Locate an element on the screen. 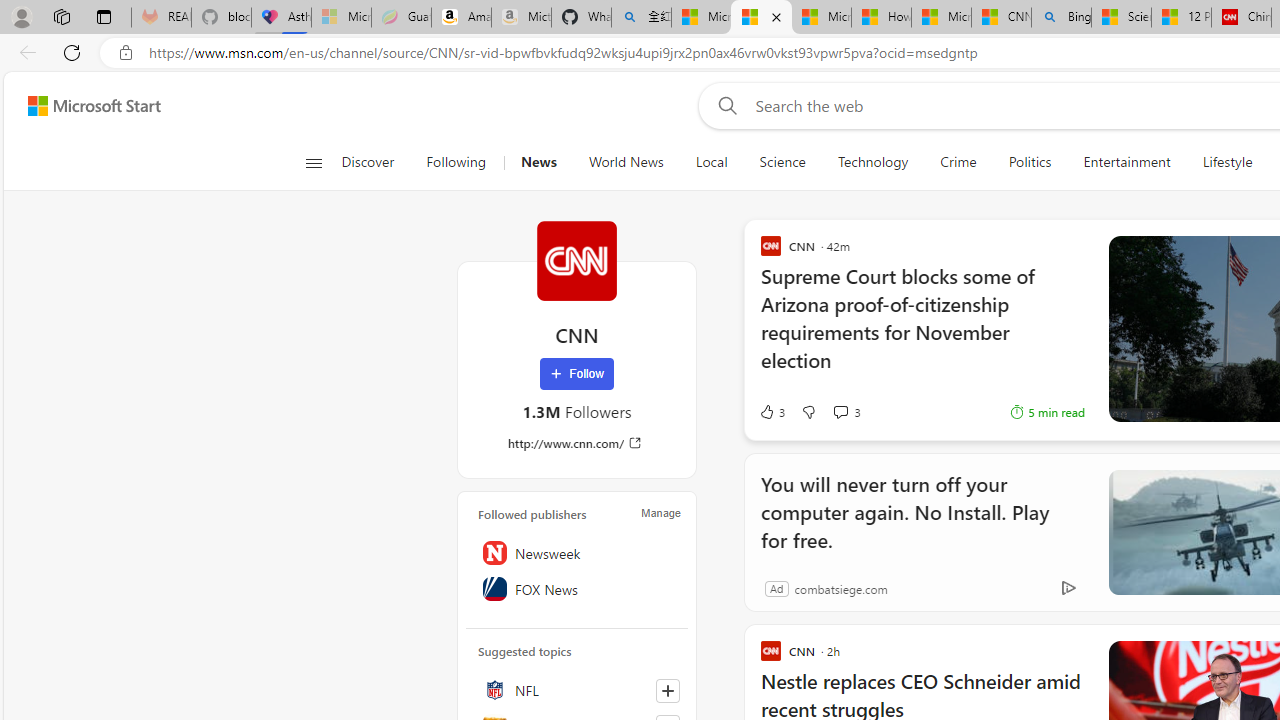 The image size is (1280, 720). 'Lifestyle' is located at coordinates (1226, 162).